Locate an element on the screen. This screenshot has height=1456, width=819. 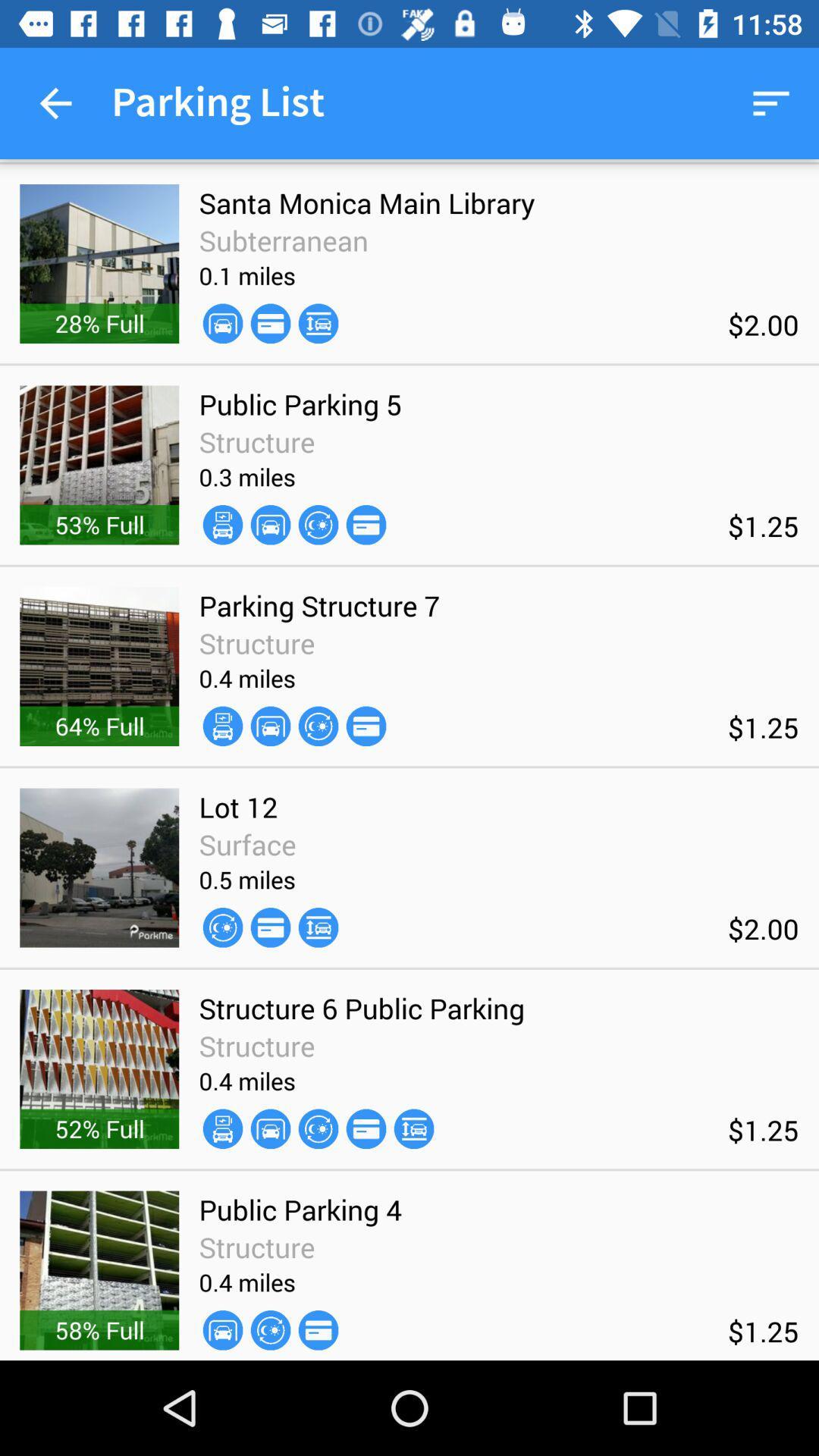
icon next to $1.25 item is located at coordinates (366, 725).